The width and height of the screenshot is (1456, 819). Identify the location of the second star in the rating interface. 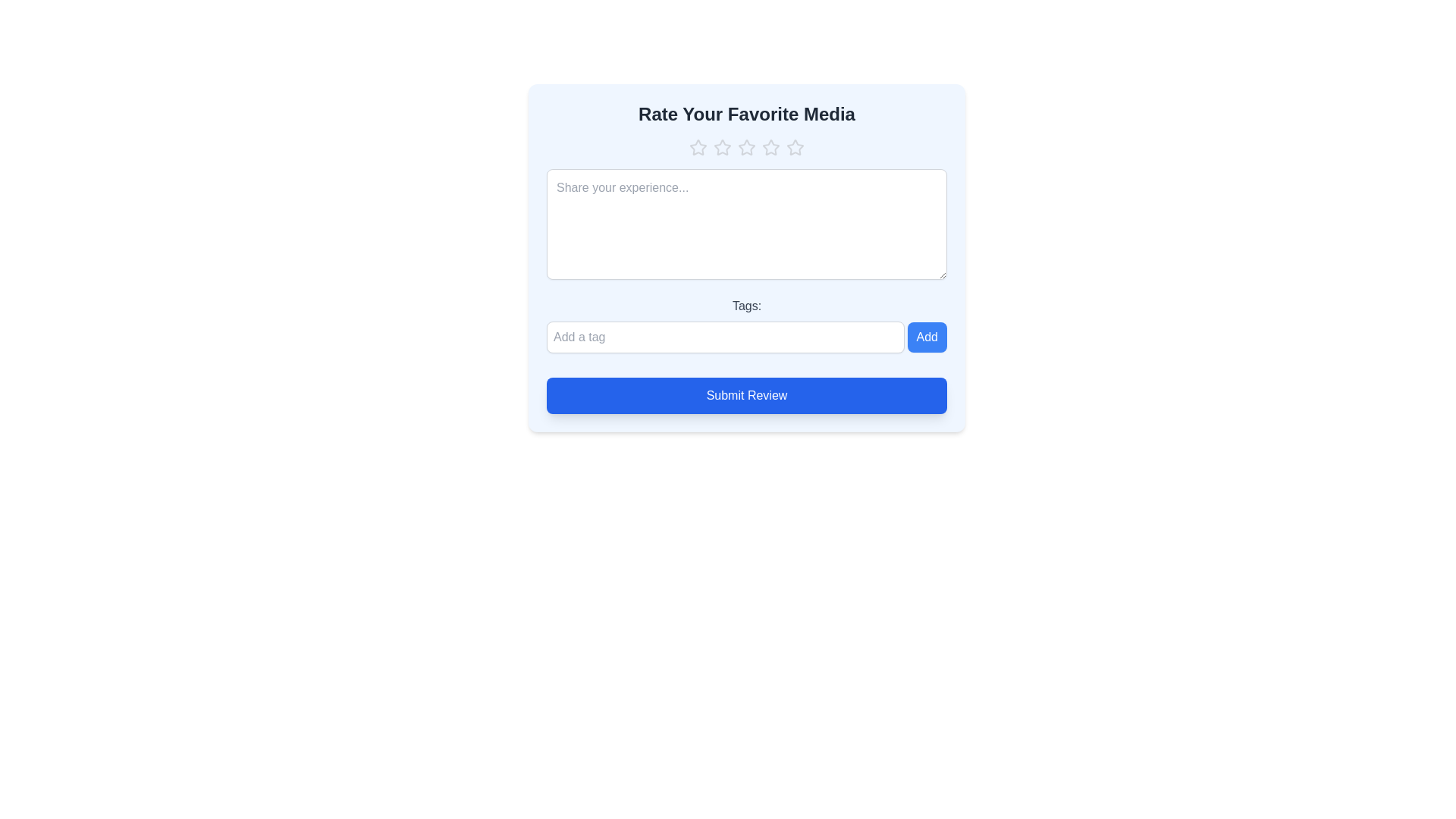
(722, 147).